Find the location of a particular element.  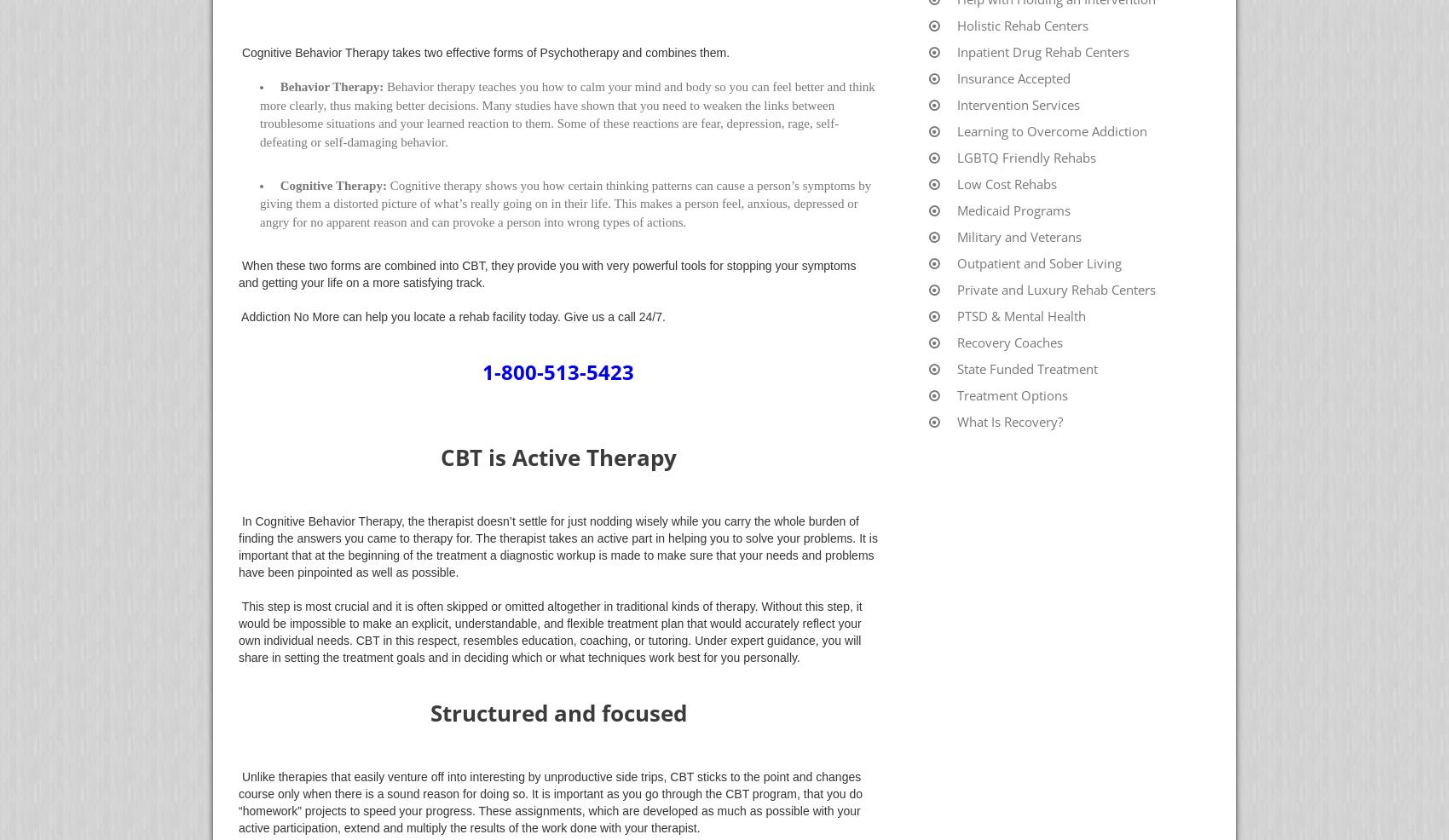

'Behavior therapy teaches you how to calm your mind and body so you can feel better and think more clearly, thus making better decisions. Many studies have shown that you need to weaken the links between troublesome situations and your learned reaction to them. Some of these reactions are fear, depression, rage, self-defeating or self-damaging behavior.' is located at coordinates (567, 113).